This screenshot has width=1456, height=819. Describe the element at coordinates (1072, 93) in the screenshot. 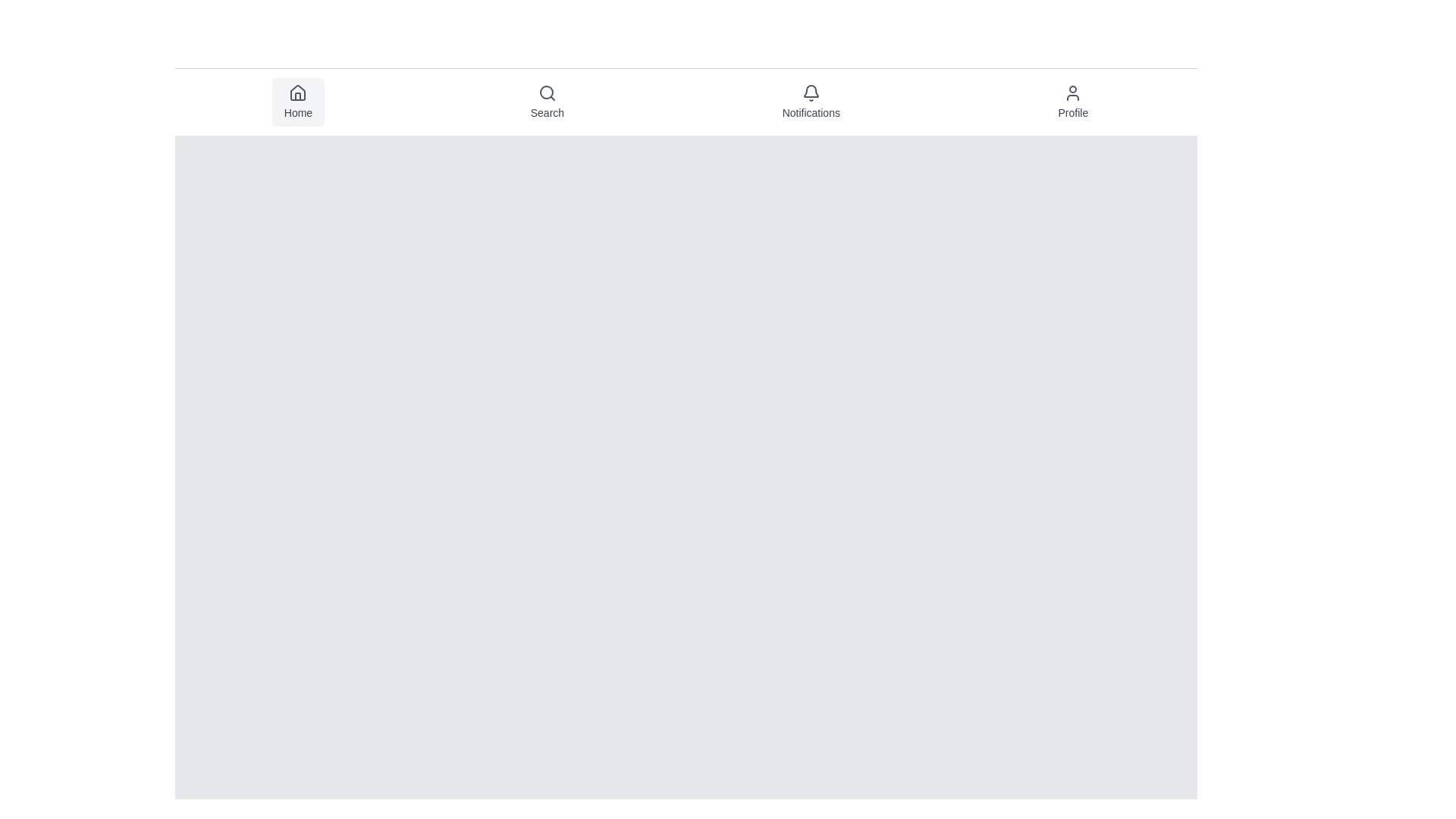

I see `the 'Profile' icon located in the navigation bar, which indicates user settings or account-related options` at that location.